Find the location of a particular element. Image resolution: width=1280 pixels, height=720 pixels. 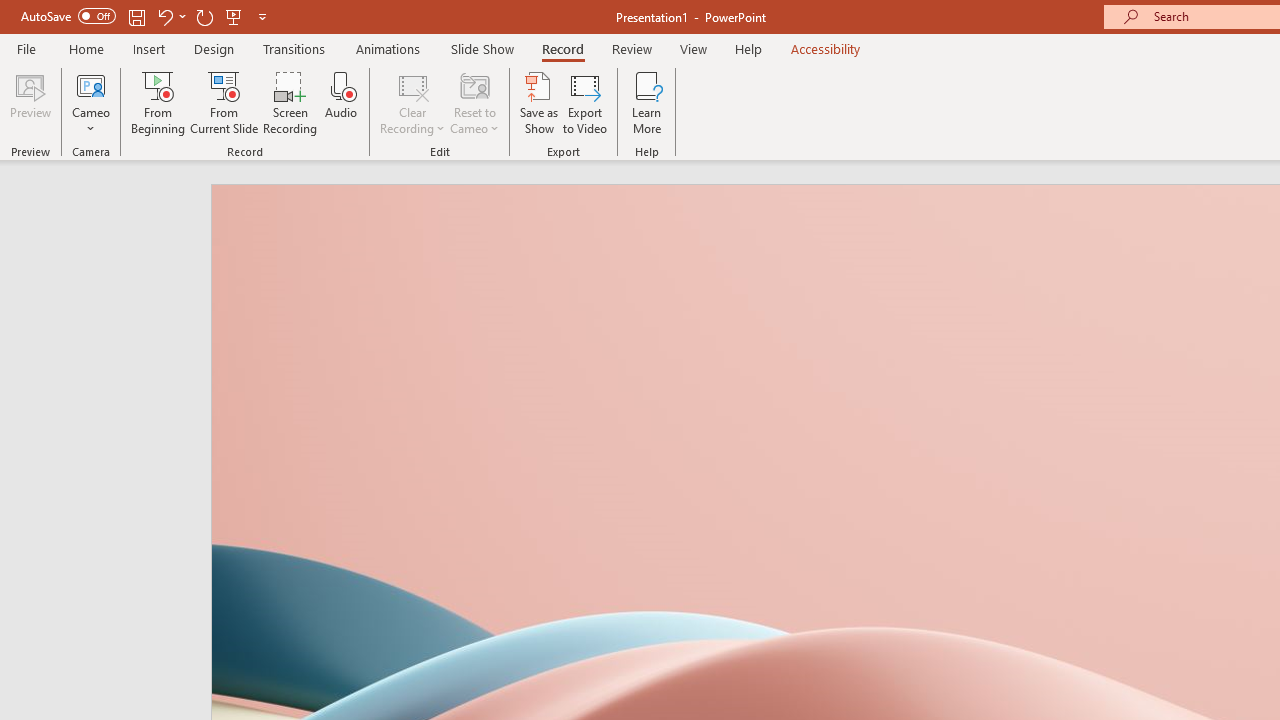

'Reset to Cameo' is located at coordinates (473, 103).